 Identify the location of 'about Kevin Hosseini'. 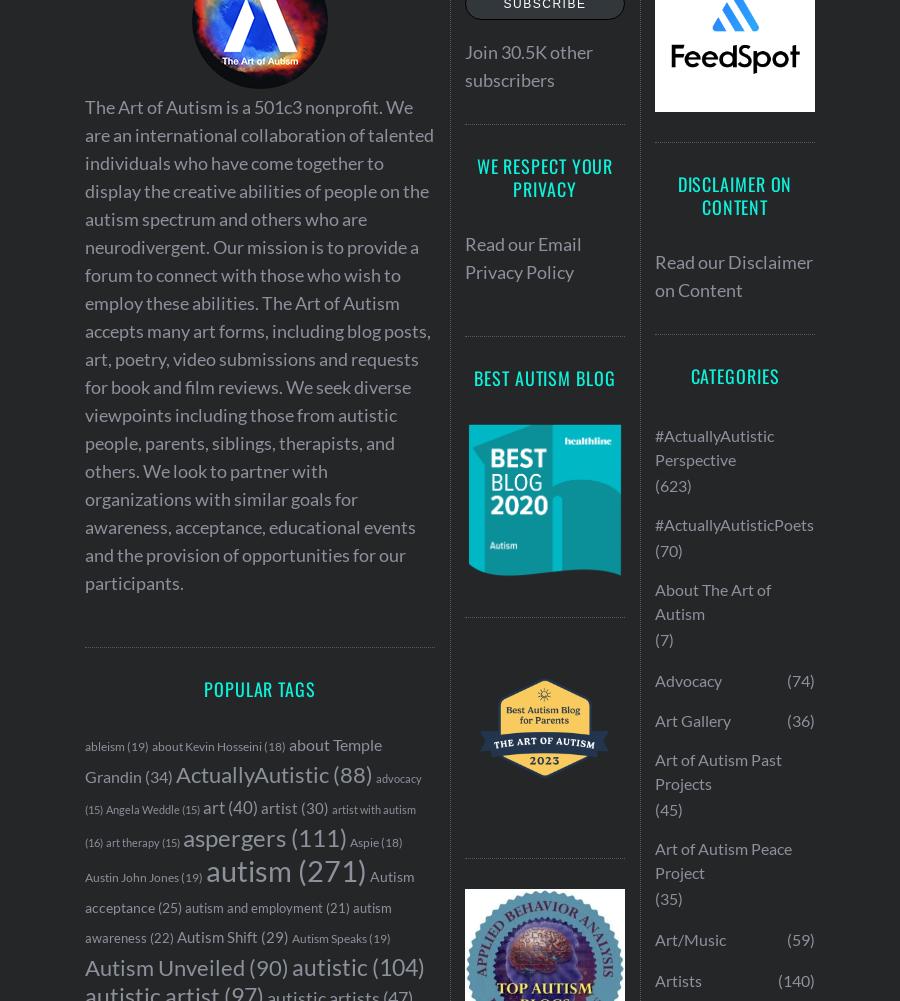
(207, 746).